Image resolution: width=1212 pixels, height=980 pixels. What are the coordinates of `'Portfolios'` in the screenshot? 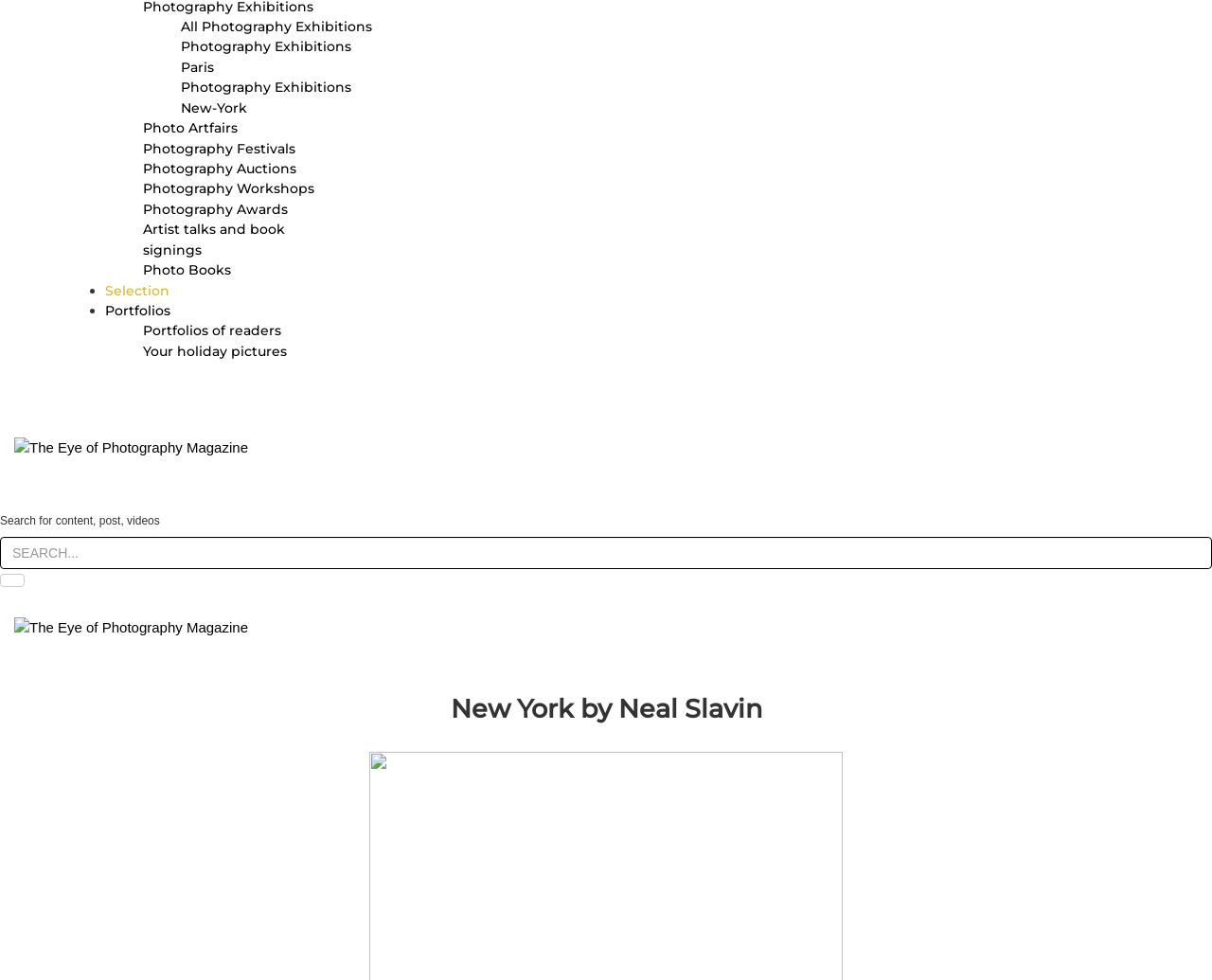 It's located at (136, 309).